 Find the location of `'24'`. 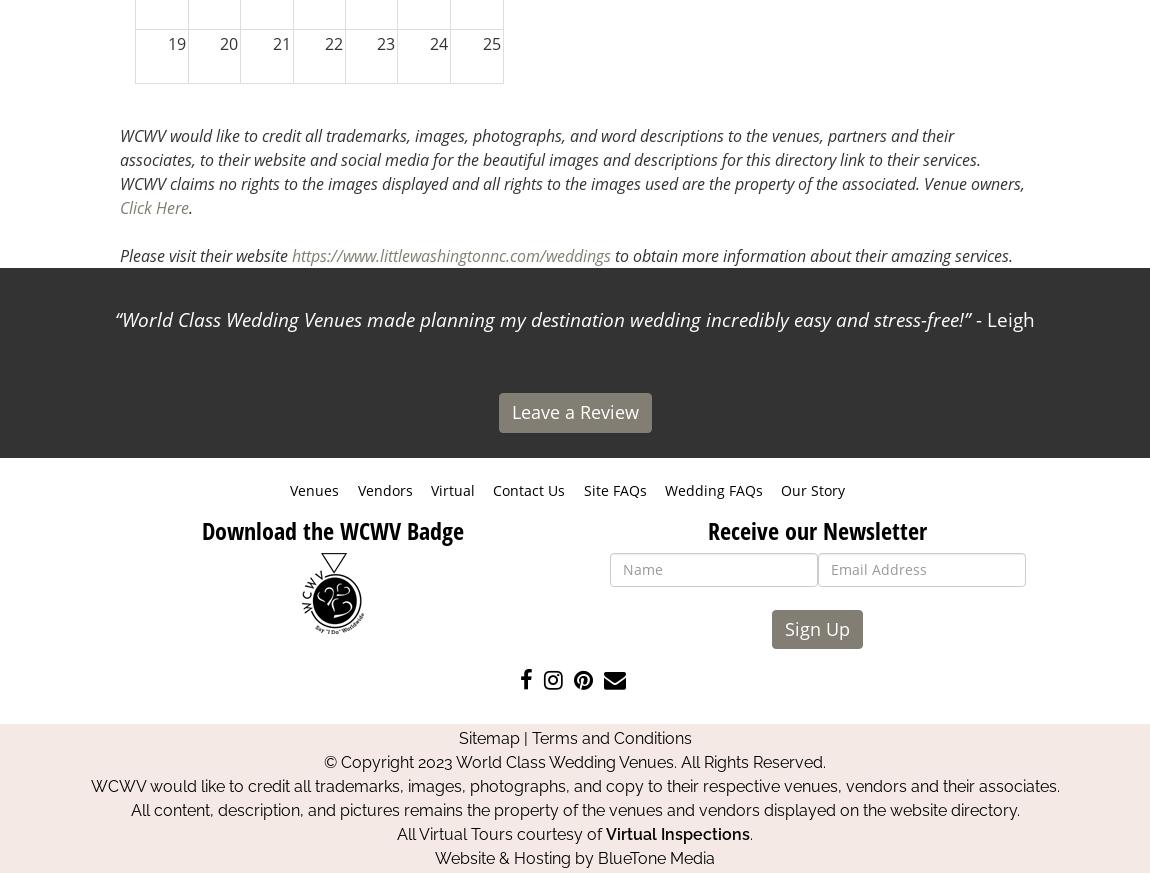

'24' is located at coordinates (438, 42).